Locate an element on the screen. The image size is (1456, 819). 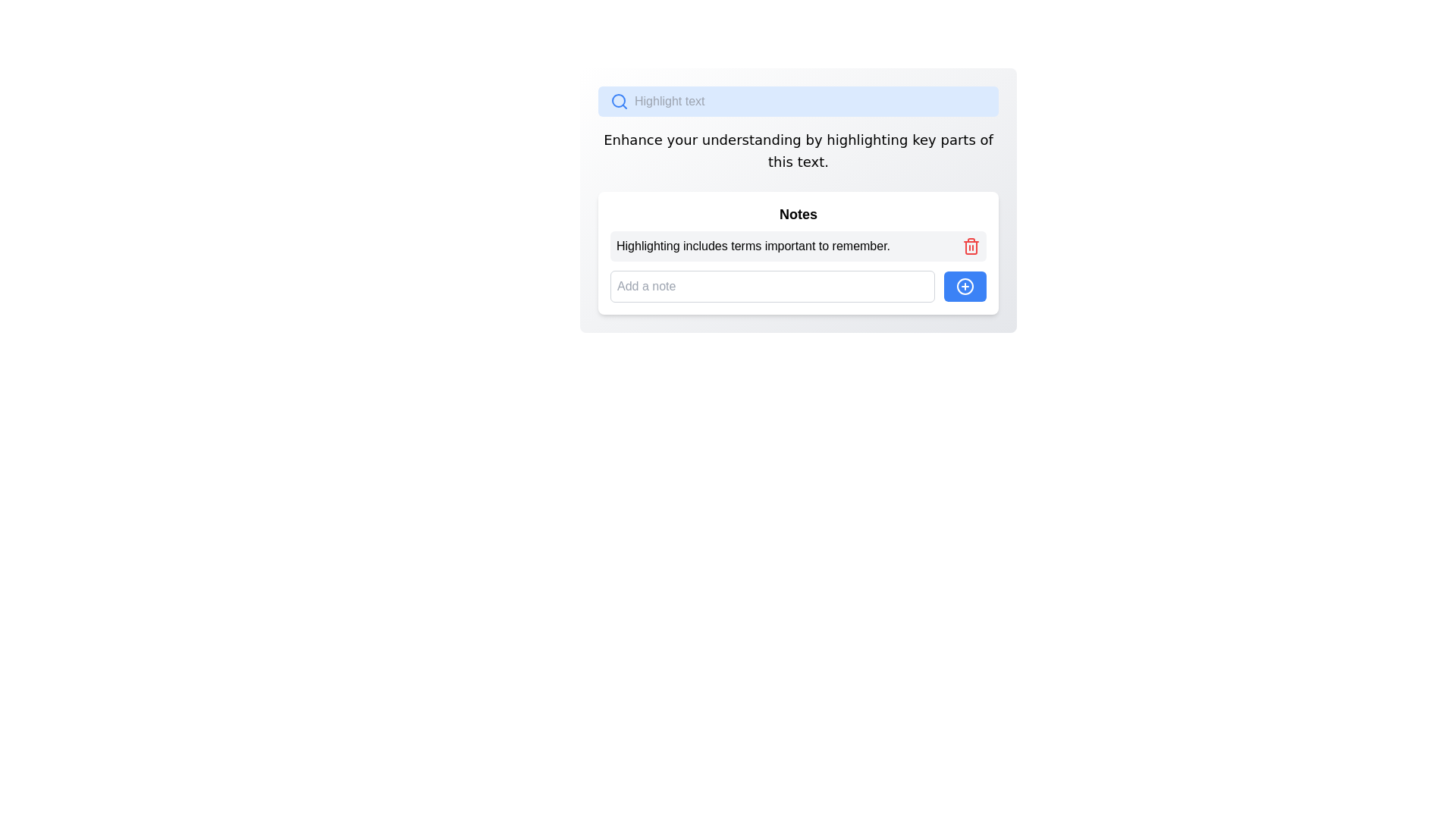
the single character 'i' in the second word of the sentence 'Enhance your understanding by highlighting key parts of this text.' is located at coordinates (784, 162).